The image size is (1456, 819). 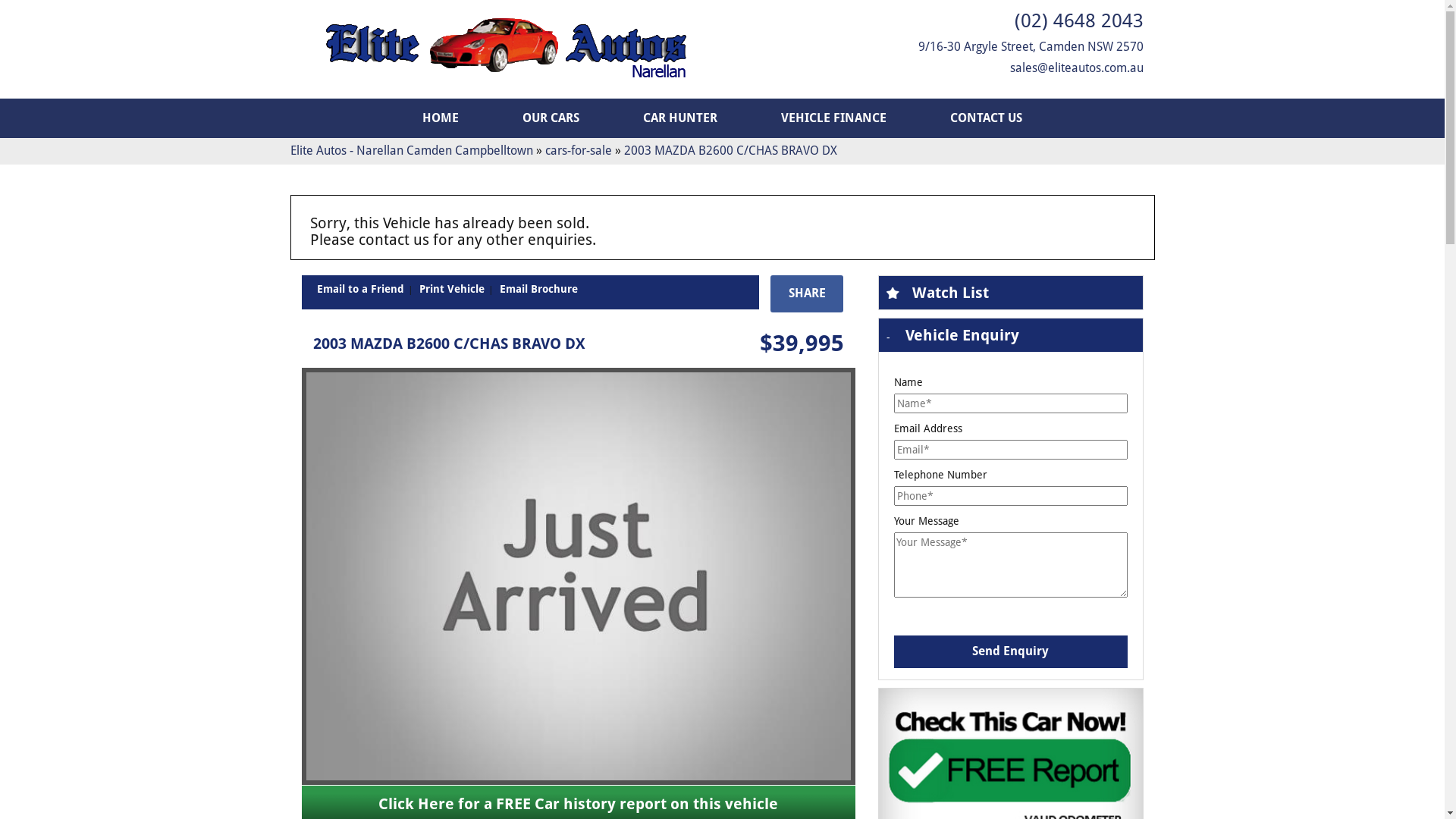 What do you see at coordinates (1010, 292) in the screenshot?
I see `'Watch List'` at bounding box center [1010, 292].